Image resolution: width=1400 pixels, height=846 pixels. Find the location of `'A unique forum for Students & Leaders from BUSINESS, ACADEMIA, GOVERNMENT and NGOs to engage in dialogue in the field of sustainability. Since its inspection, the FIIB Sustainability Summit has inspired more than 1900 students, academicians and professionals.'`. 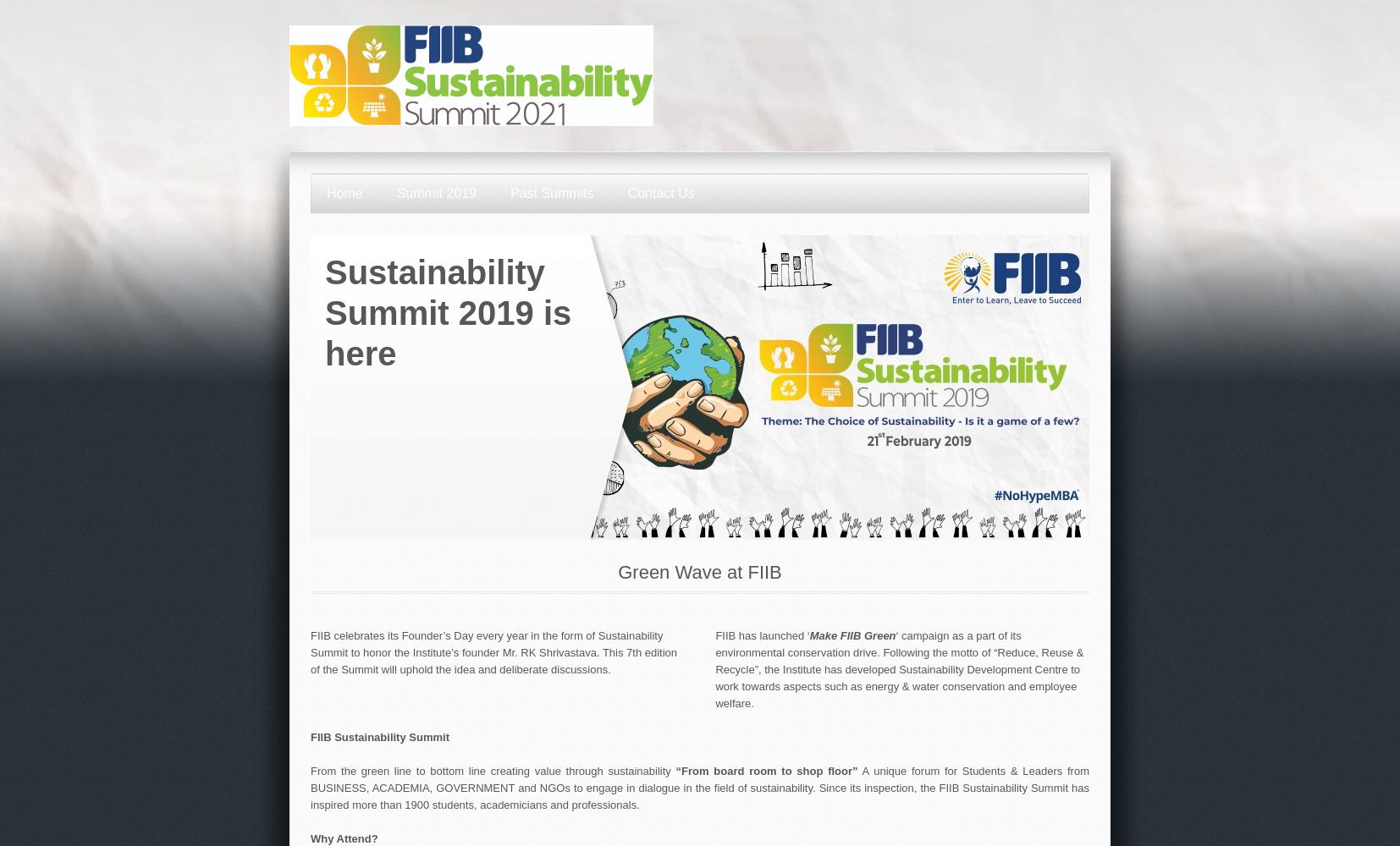

'A unique forum for Students & Leaders from BUSINESS, ACADEMIA, GOVERNMENT and NGOs to engage in dialogue in the field of sustainability. Since its inspection, the FIIB Sustainability Summit has inspired more than 1900 students, academicians and professionals.' is located at coordinates (700, 787).